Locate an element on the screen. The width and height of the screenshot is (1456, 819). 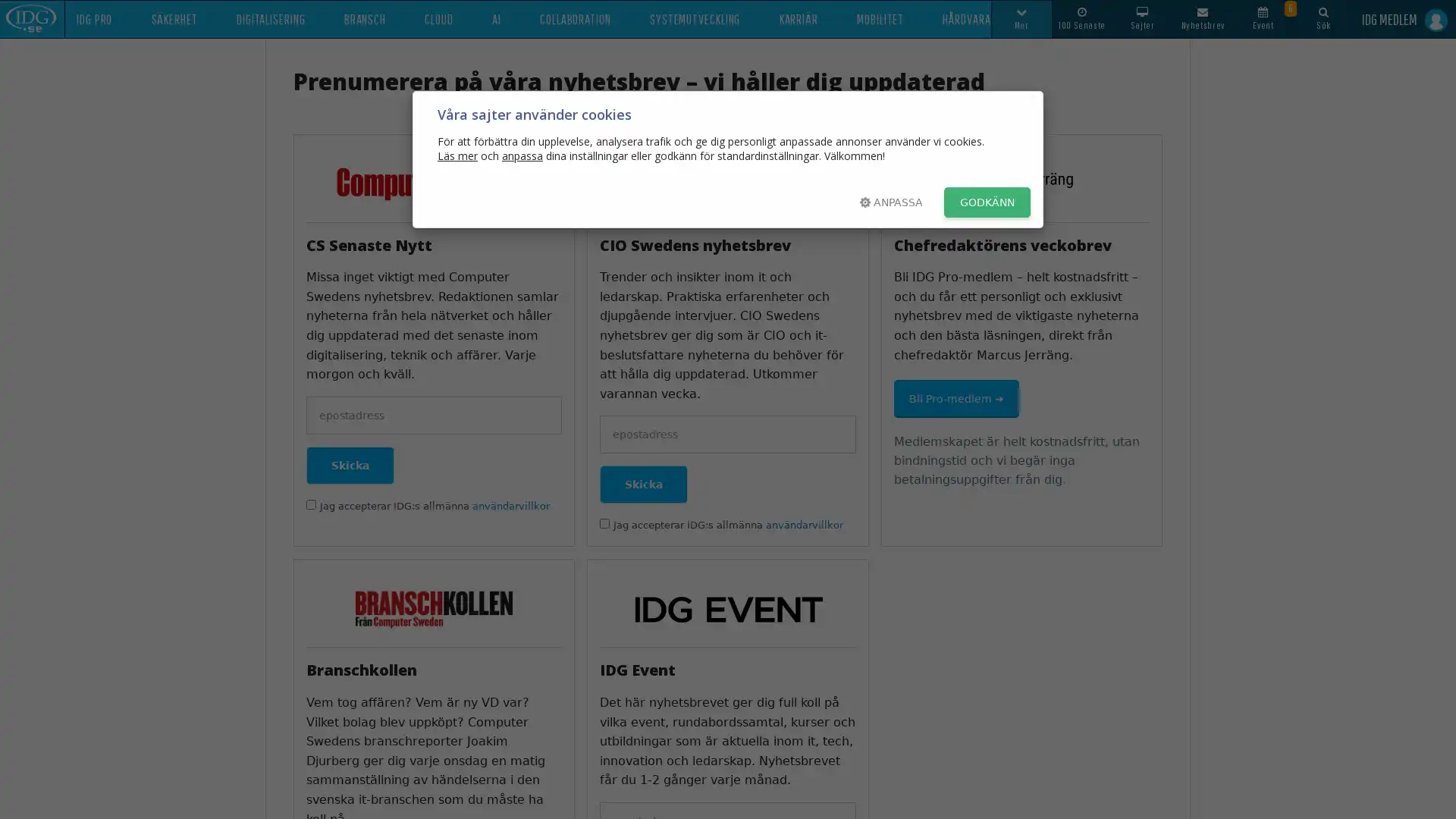
GODKANN is located at coordinates (987, 201).